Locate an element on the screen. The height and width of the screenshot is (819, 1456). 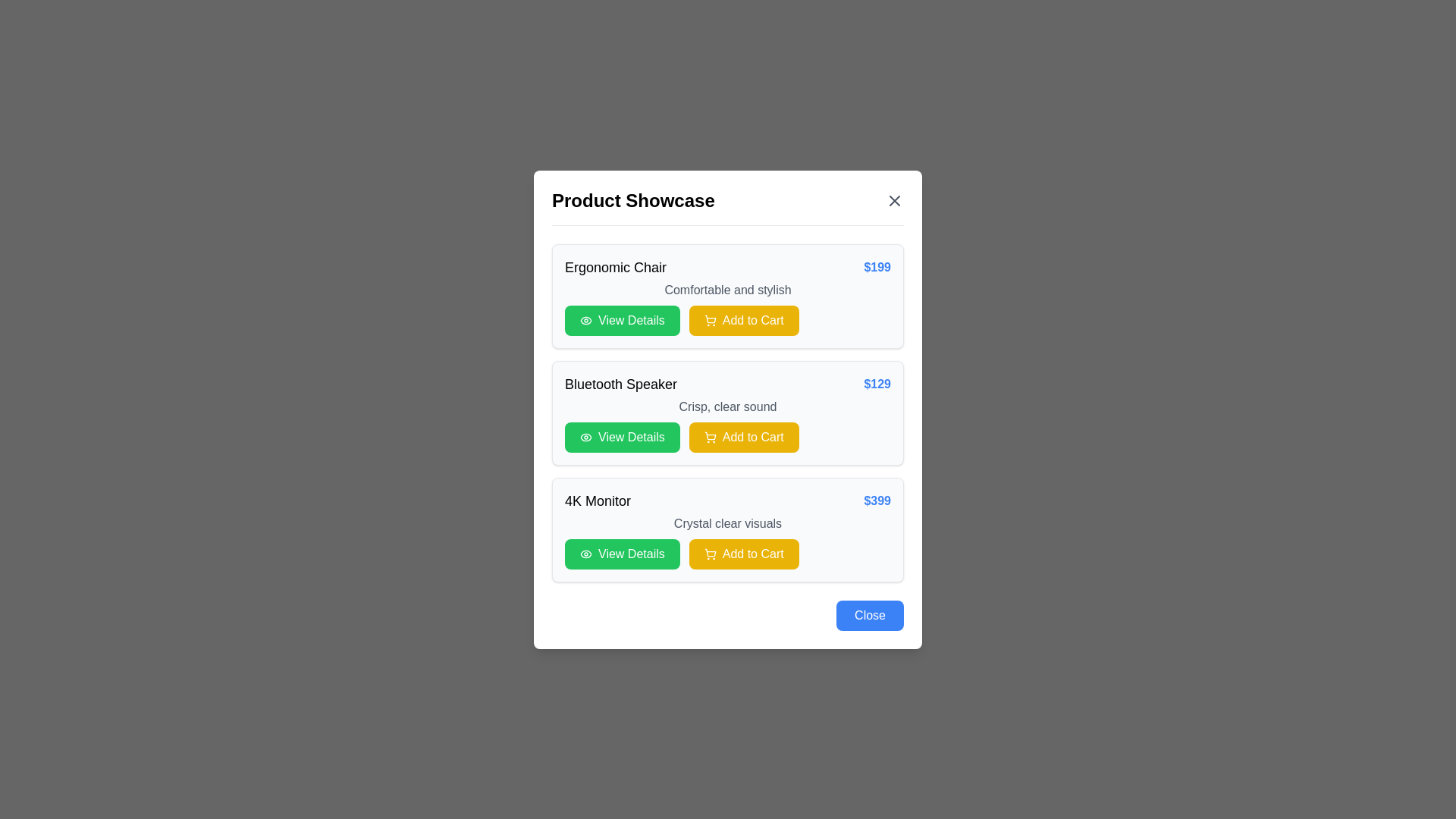
the close button located in the top-right corner of the modal window, aligned with the 'Product Showcase' text is located at coordinates (895, 199).